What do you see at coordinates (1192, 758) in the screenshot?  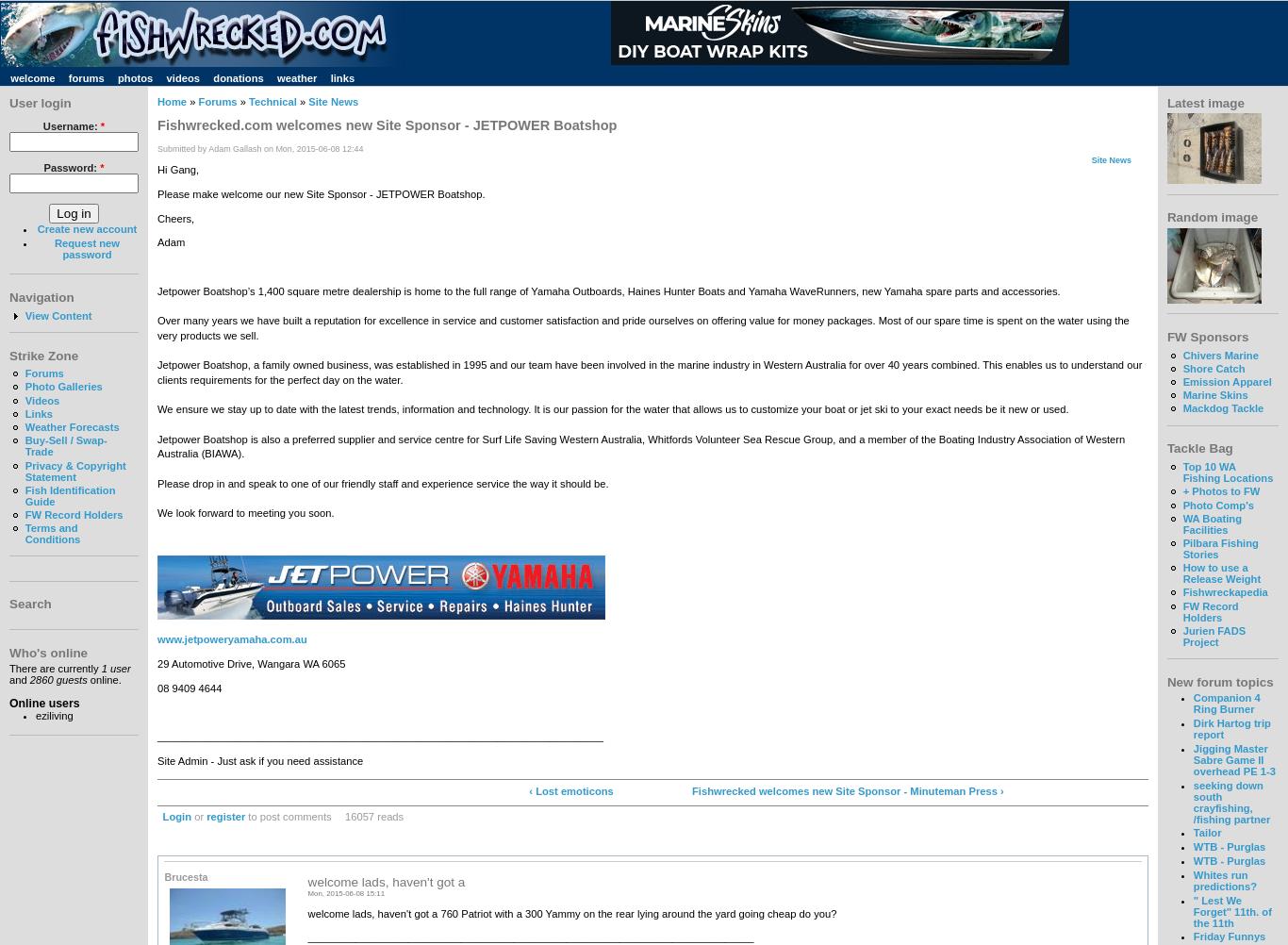 I see `'Jigging Master Sabre Game II overhead PE 1-3'` at bounding box center [1192, 758].